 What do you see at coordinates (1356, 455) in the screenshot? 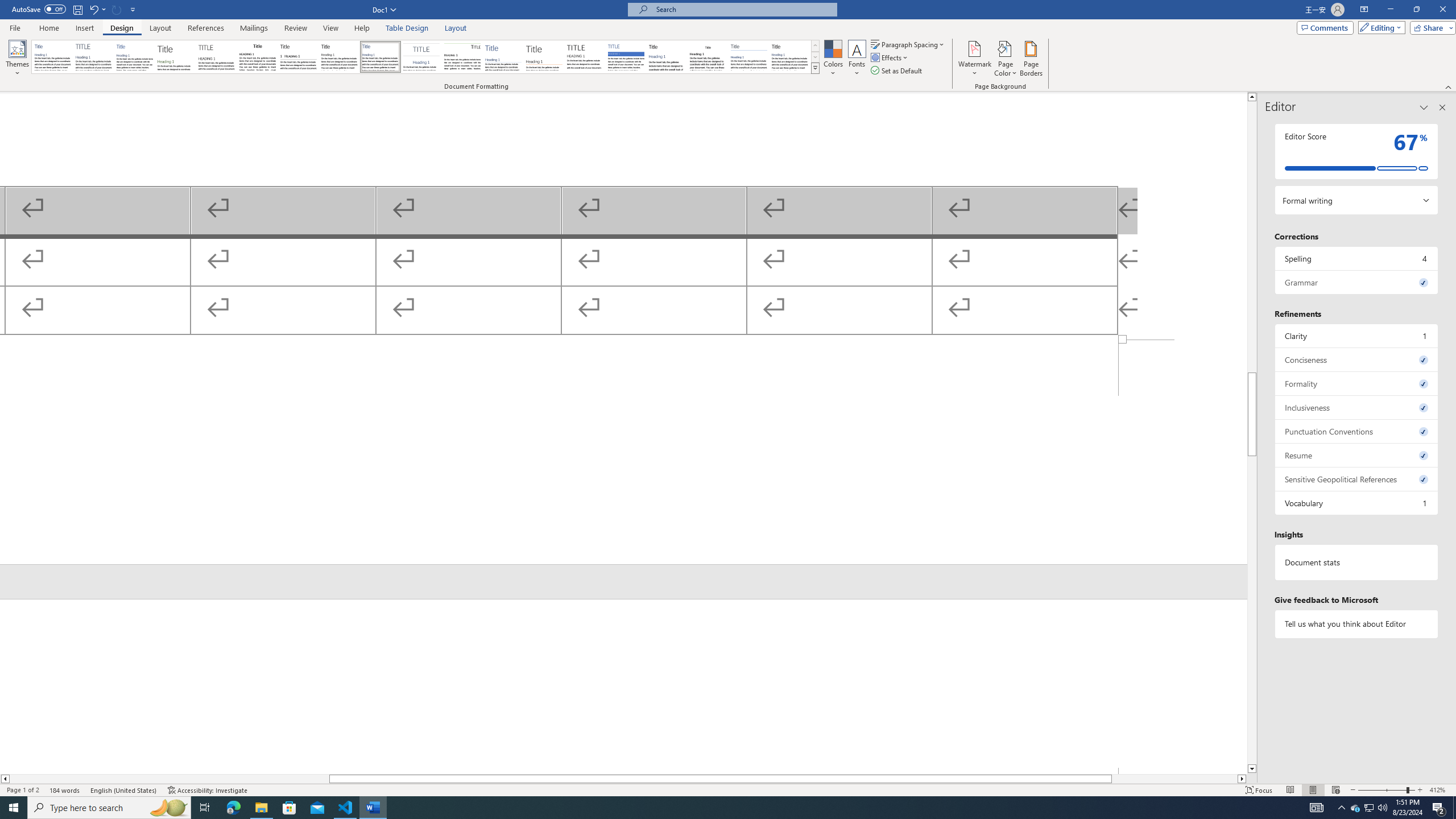
I see `'Resume, 0 issues. Press space or enter to review items.'` at bounding box center [1356, 455].